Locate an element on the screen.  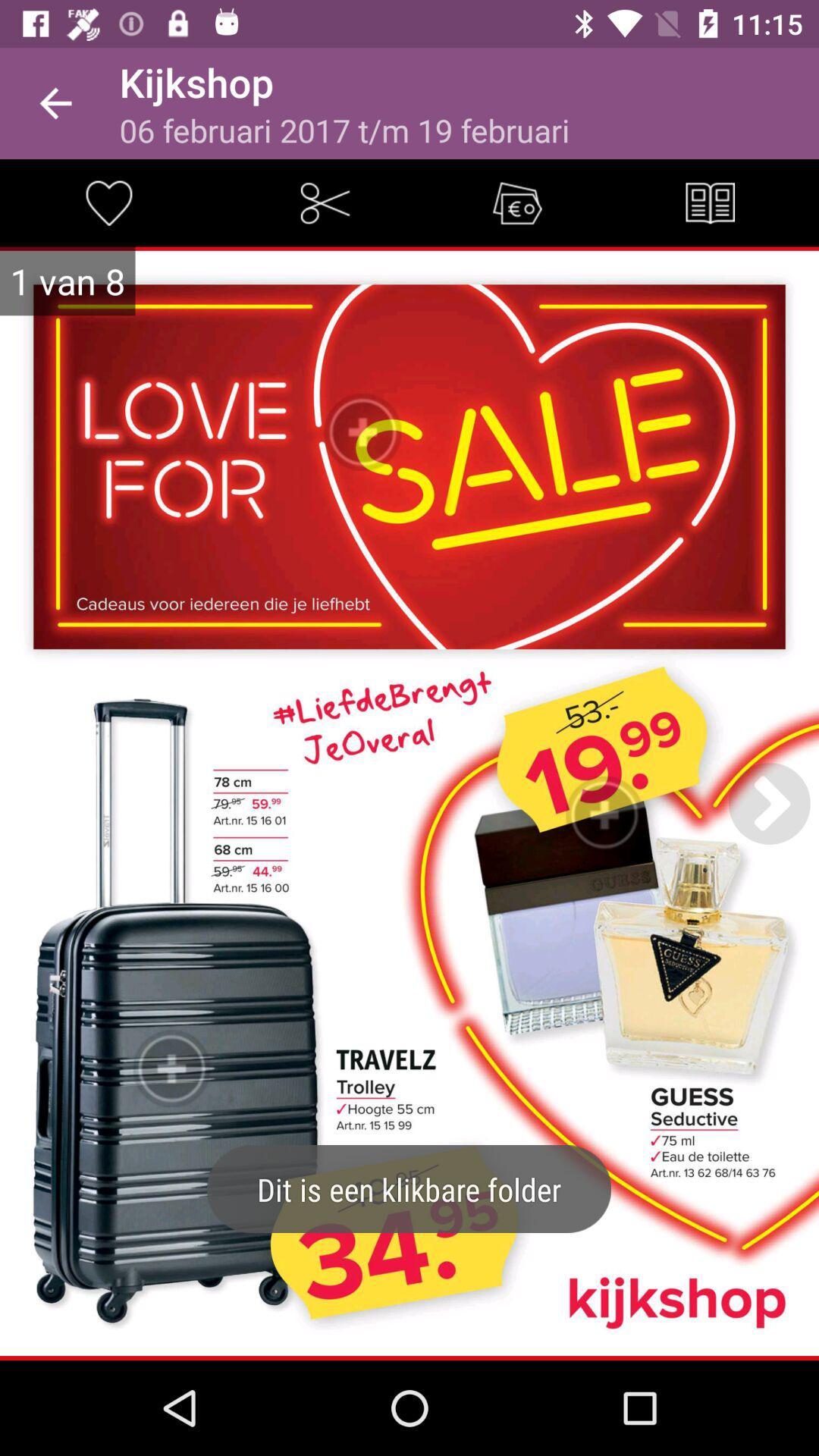
the icon below 06 februari 2017 is located at coordinates (516, 202).